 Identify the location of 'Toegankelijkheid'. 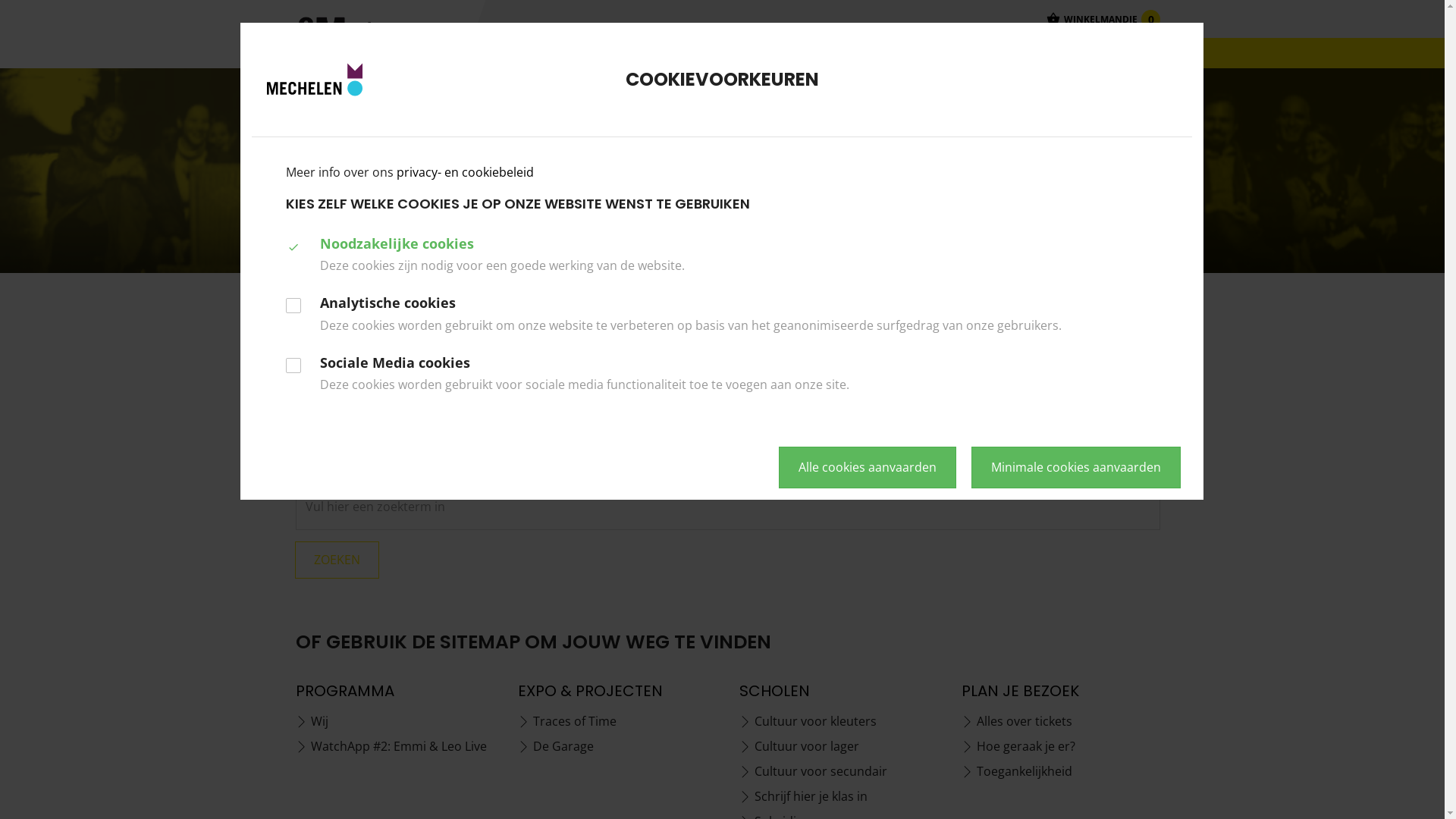
(1060, 771).